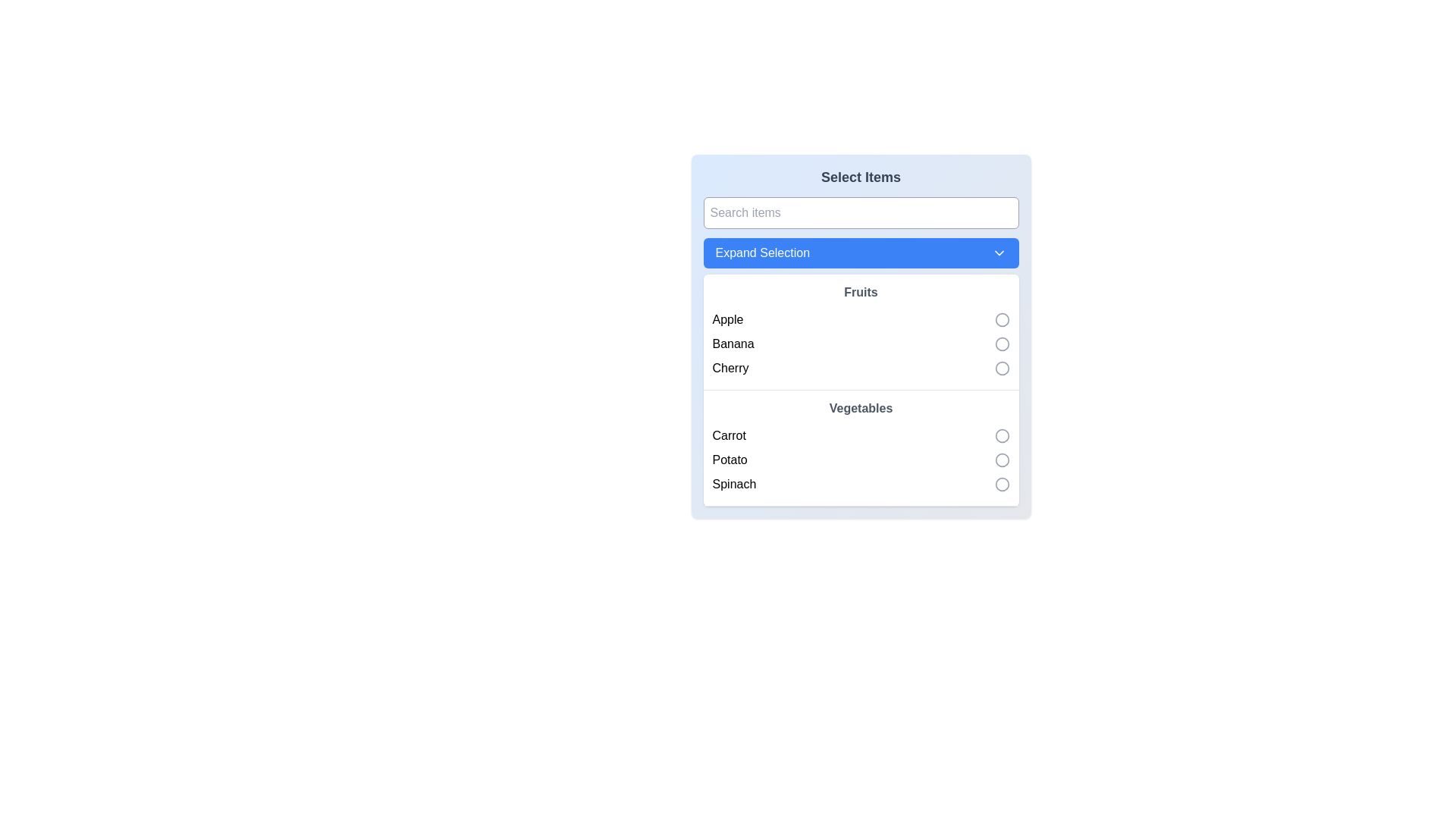 The height and width of the screenshot is (819, 1456). What do you see at coordinates (1002, 459) in the screenshot?
I see `the 'Potato' radio button indicator` at bounding box center [1002, 459].